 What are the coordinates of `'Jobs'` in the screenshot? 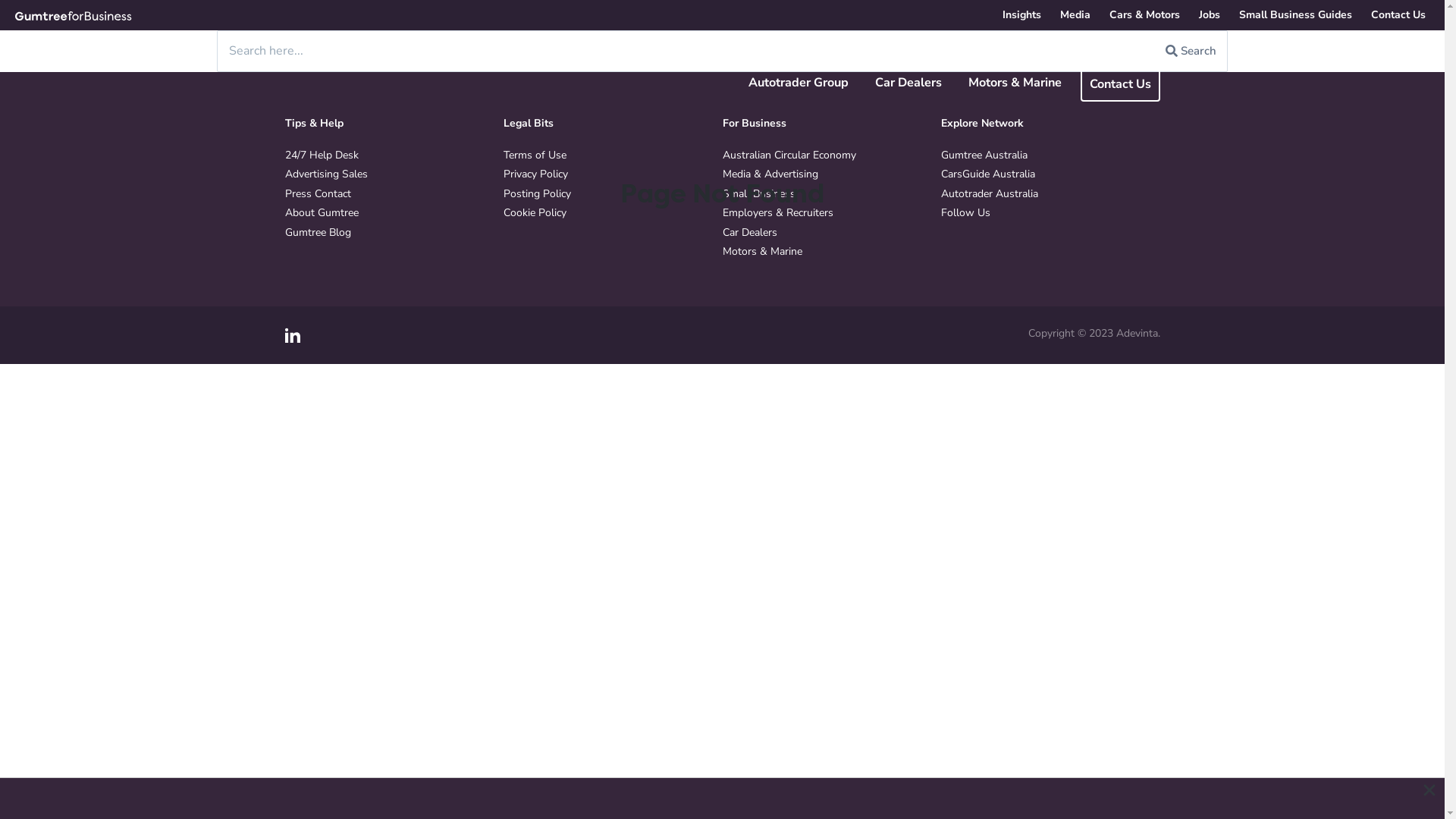 It's located at (1208, 14).